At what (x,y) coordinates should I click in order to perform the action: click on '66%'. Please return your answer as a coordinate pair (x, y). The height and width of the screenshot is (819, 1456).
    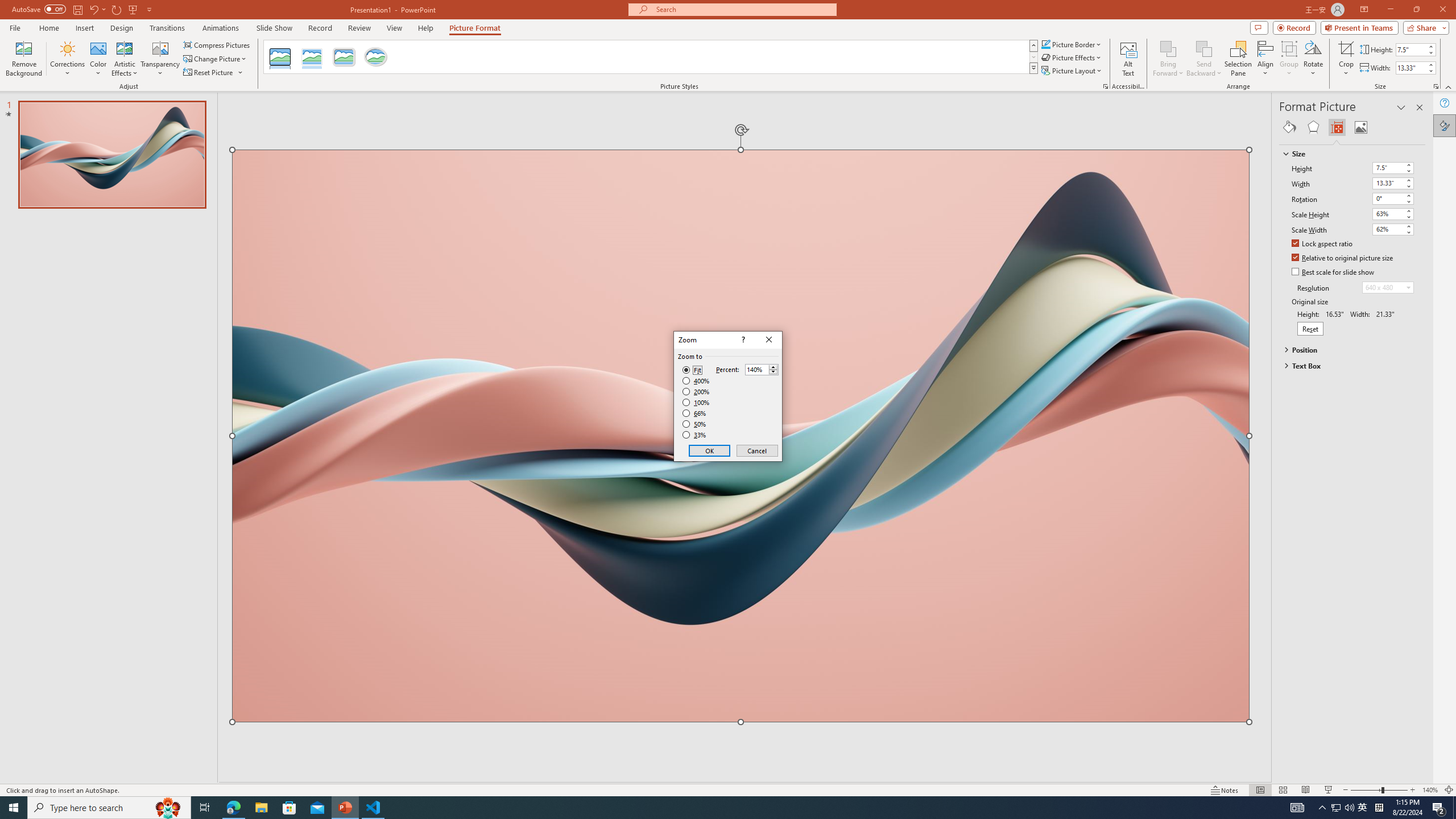
    Looking at the image, I should click on (695, 412).